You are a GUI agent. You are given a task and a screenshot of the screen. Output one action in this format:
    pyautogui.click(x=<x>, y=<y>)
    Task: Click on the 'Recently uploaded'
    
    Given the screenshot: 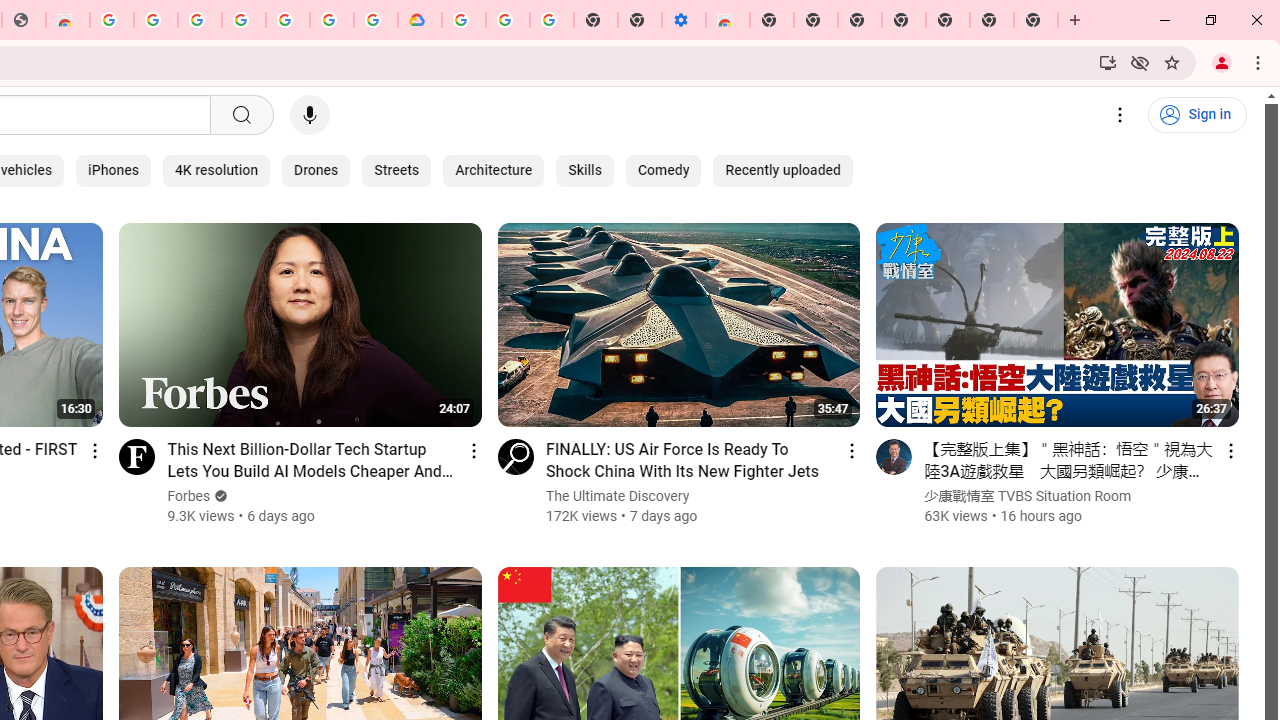 What is the action you would take?
    pyautogui.click(x=781, y=170)
    